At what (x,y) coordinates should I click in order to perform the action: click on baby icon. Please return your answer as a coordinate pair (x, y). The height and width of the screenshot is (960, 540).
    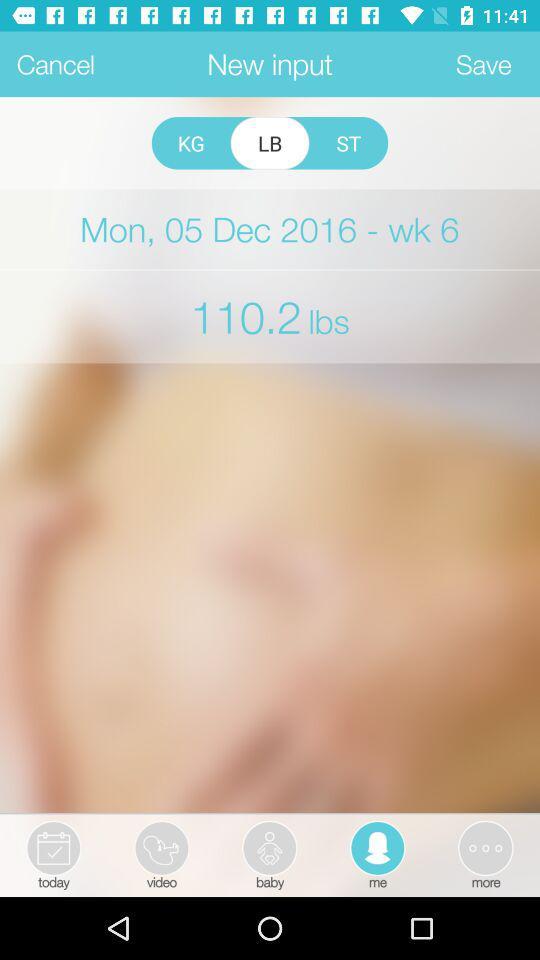
    Looking at the image, I should click on (269, 847).